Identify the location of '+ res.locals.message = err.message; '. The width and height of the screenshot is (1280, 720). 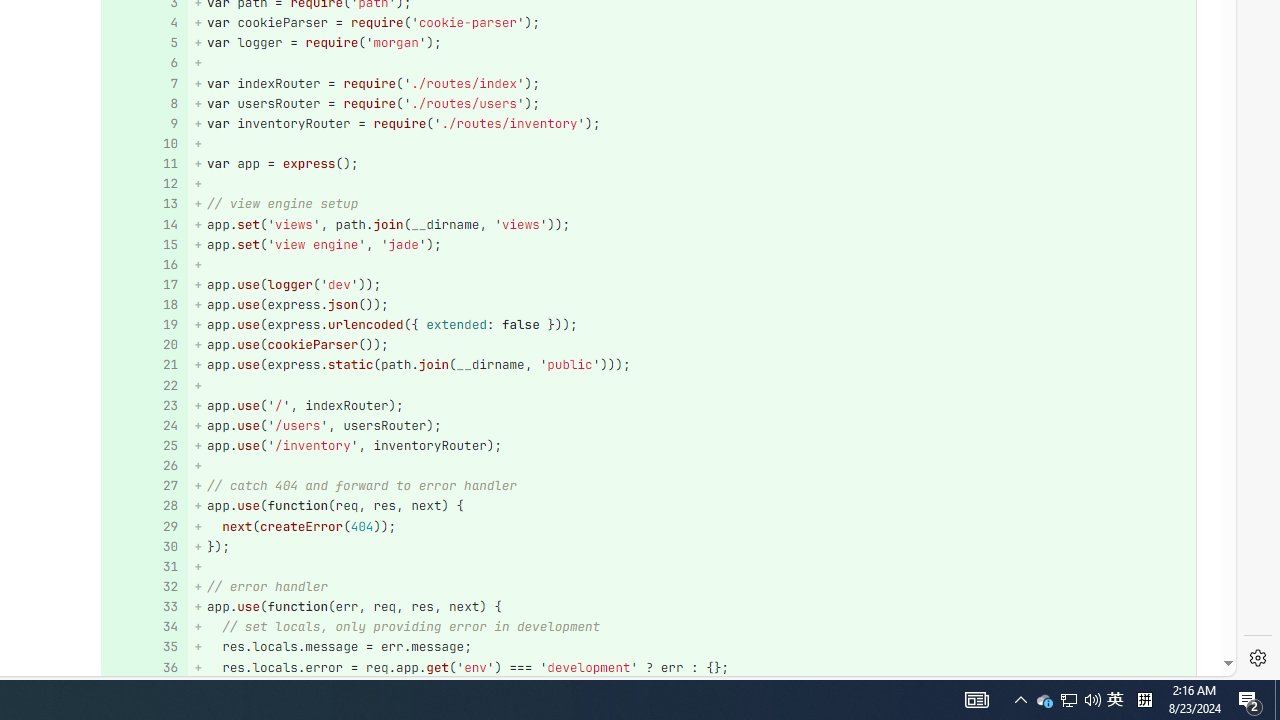
(691, 647).